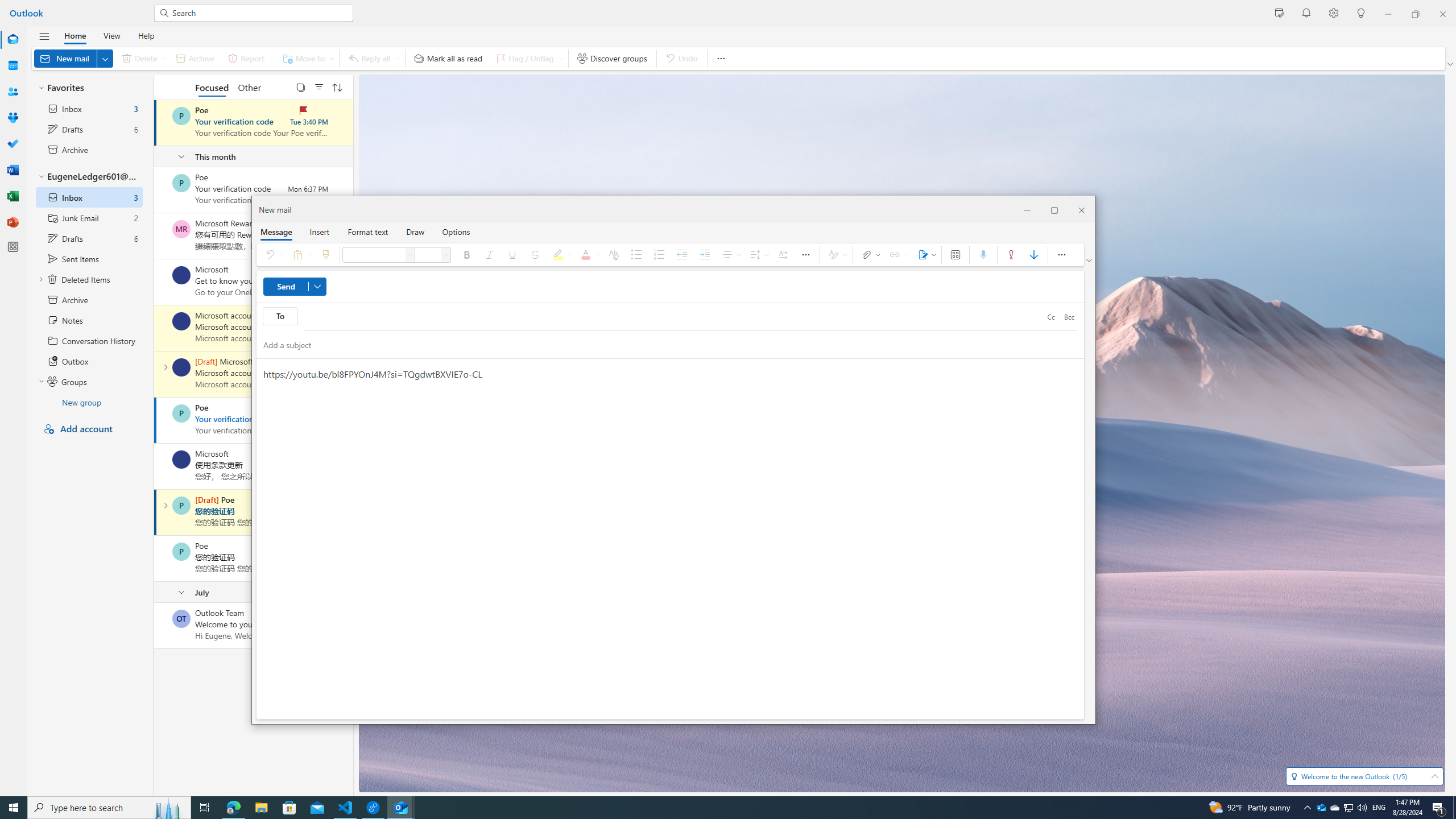 The width and height of the screenshot is (1456, 819). What do you see at coordinates (560, 254) in the screenshot?
I see `'Text highlight color'` at bounding box center [560, 254].